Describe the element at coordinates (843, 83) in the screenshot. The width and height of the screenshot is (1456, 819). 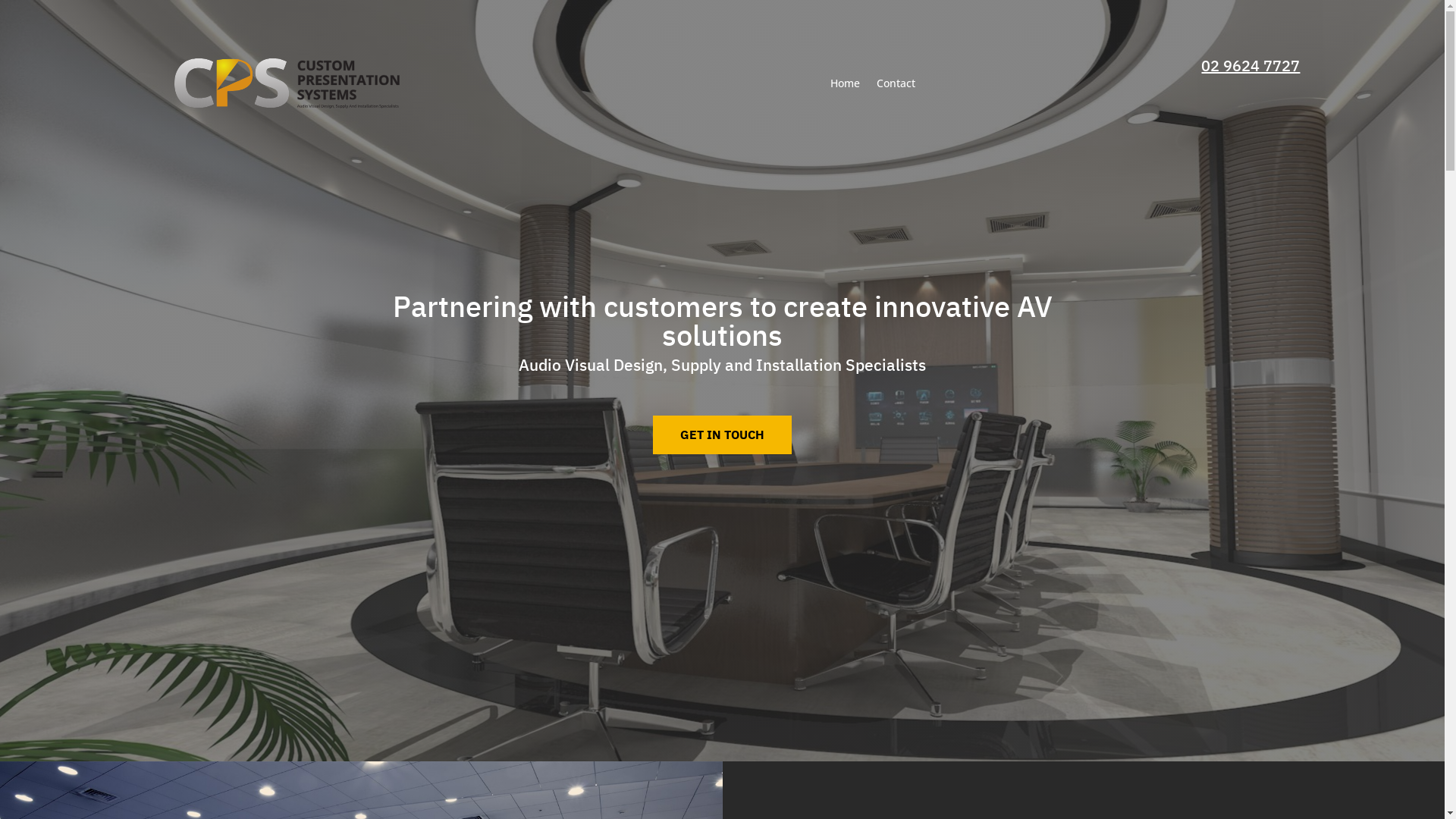
I see `'Home'` at that location.